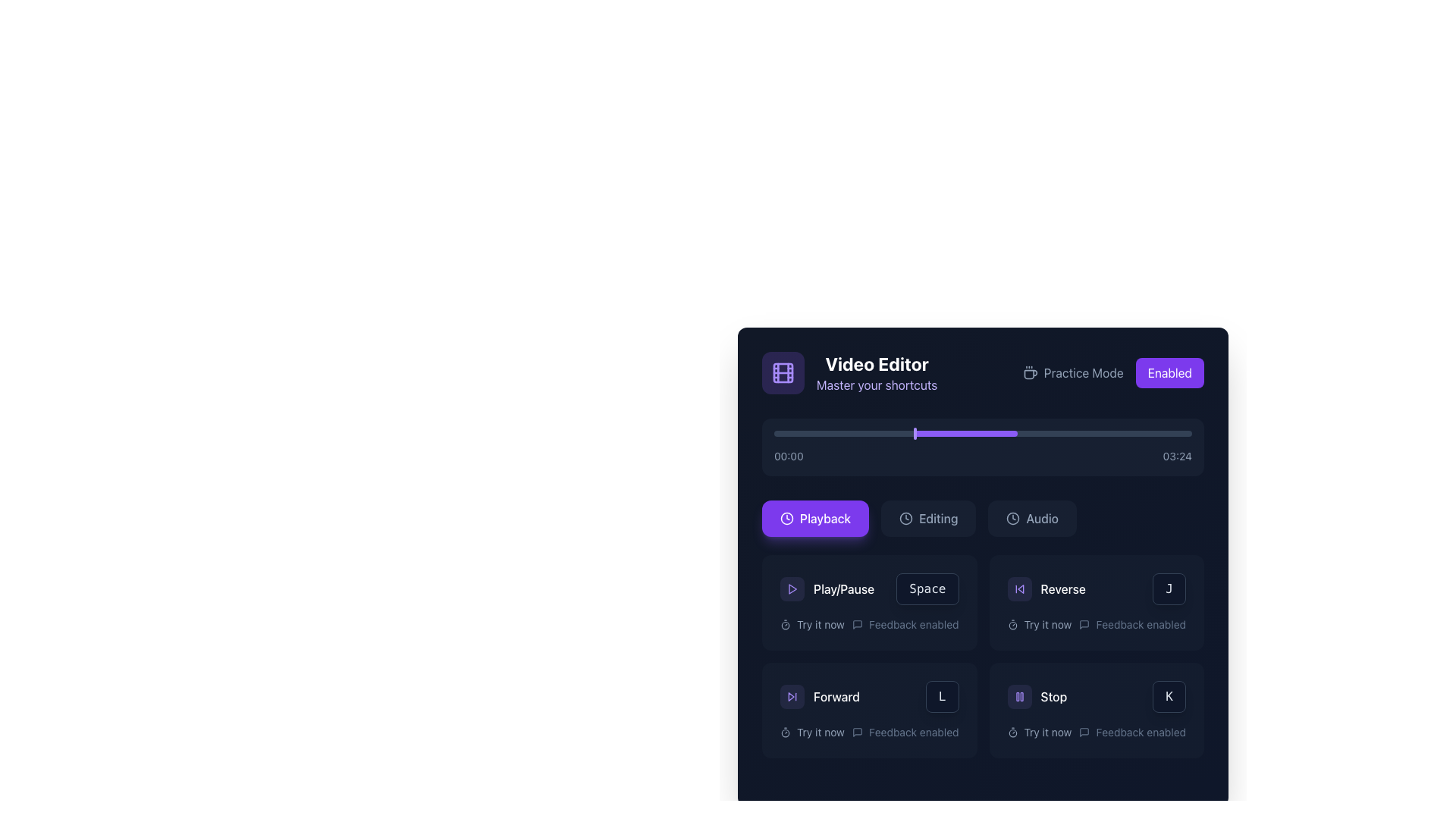  What do you see at coordinates (1169, 696) in the screenshot?
I see `the label displaying the letter 'K' in white font, located in the bottom right section of the interface near the 'Stop' action` at bounding box center [1169, 696].